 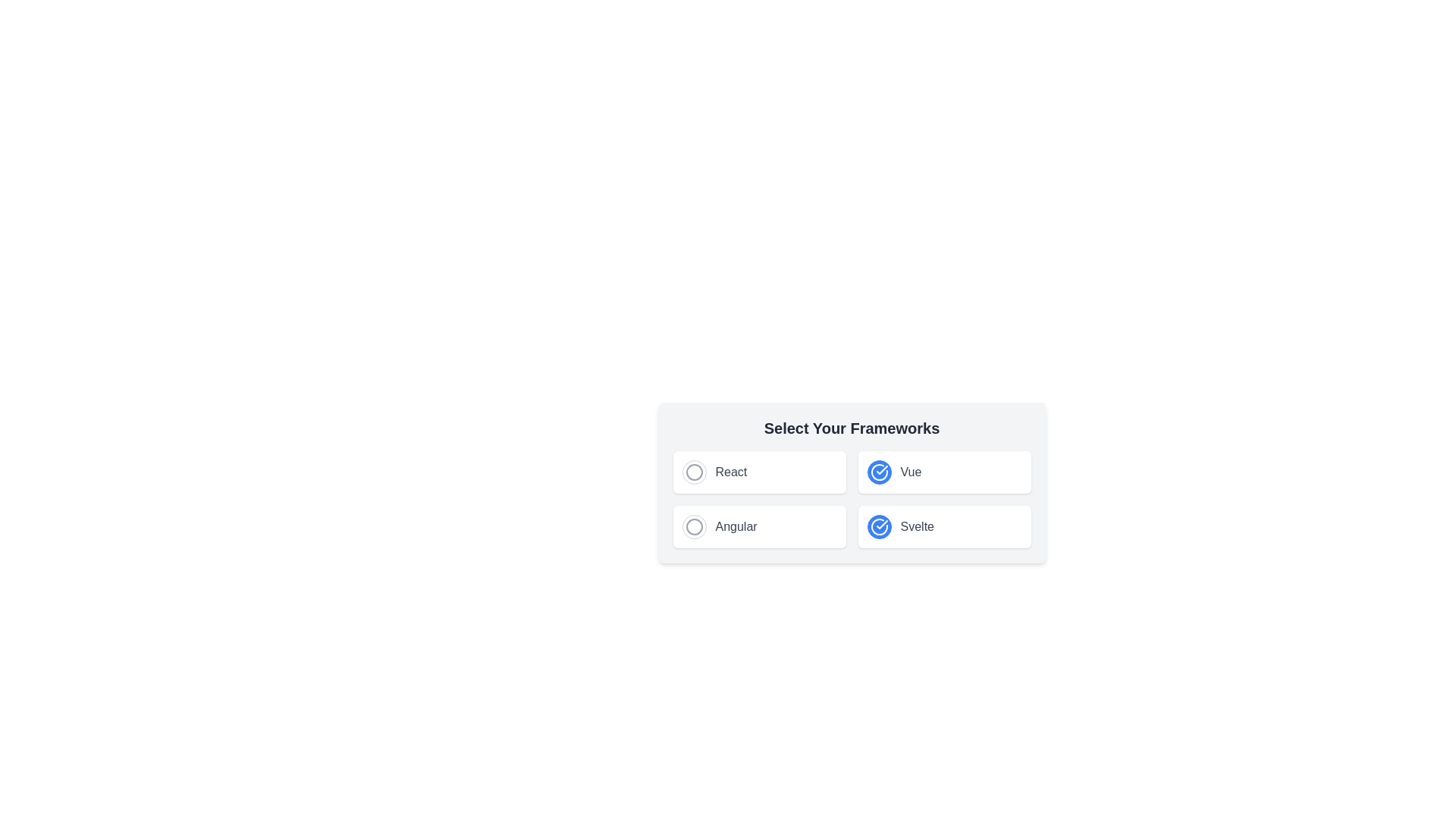 What do you see at coordinates (693, 526) in the screenshot?
I see `the circular button with a gray color scheme and SVG circle icon located in the bottom-left corner of the 'Select Your Frameworks' dialog labeled 'Angular'` at bounding box center [693, 526].